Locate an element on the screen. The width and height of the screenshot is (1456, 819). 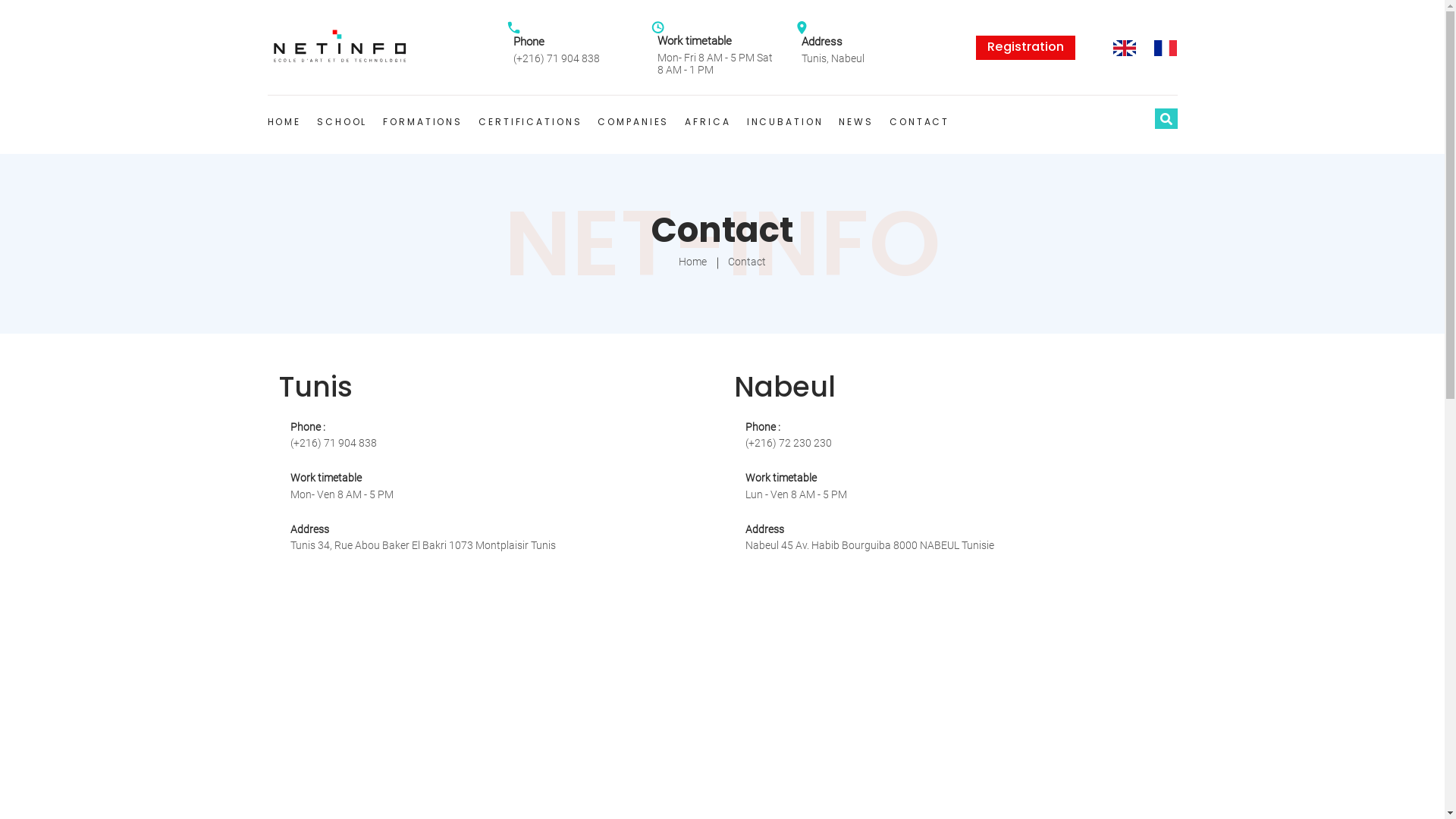
'FORMATIONS' is located at coordinates (422, 121).